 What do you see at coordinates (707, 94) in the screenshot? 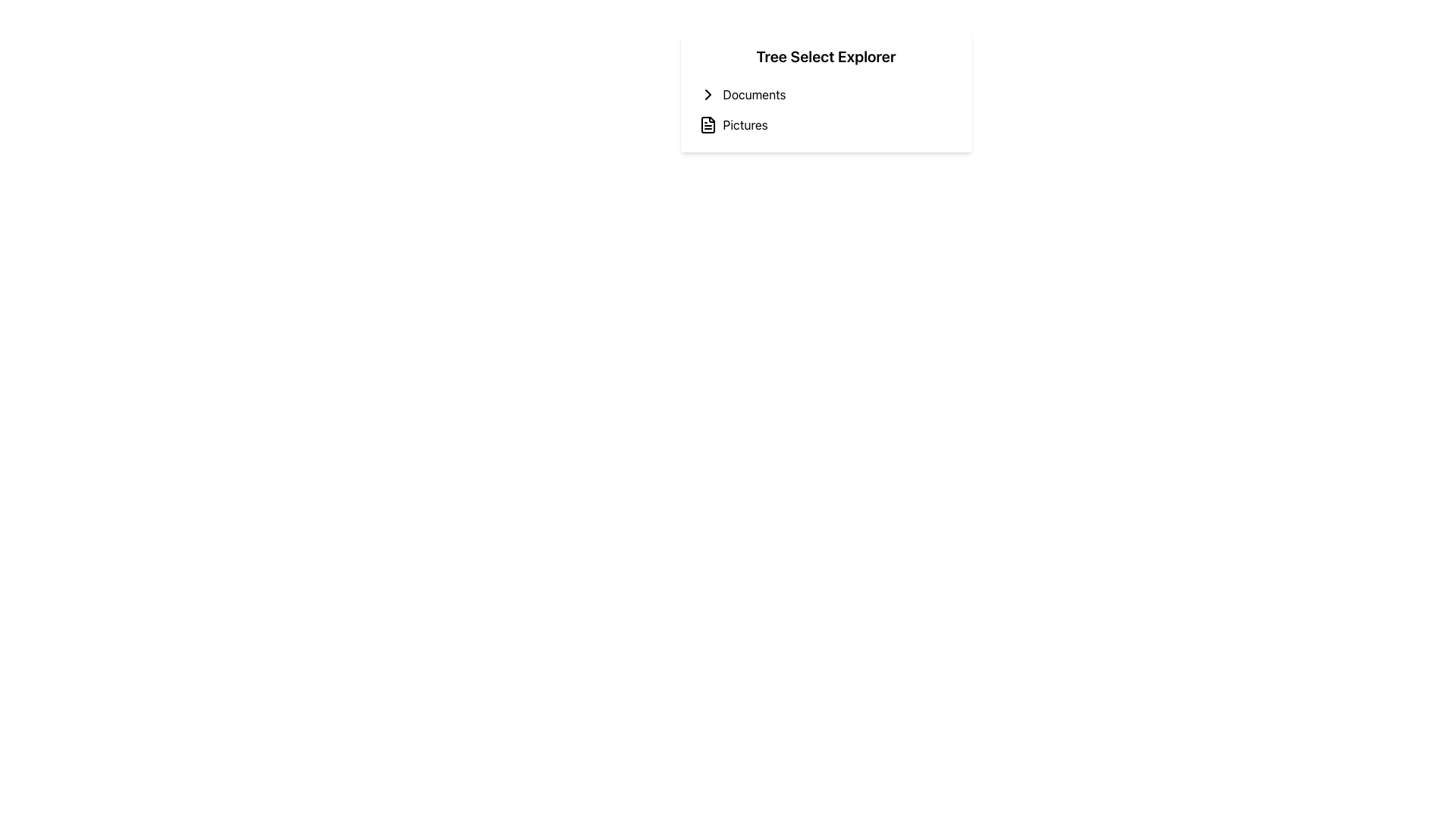
I see `the expand icon located to the left of the 'Documents' label` at bounding box center [707, 94].